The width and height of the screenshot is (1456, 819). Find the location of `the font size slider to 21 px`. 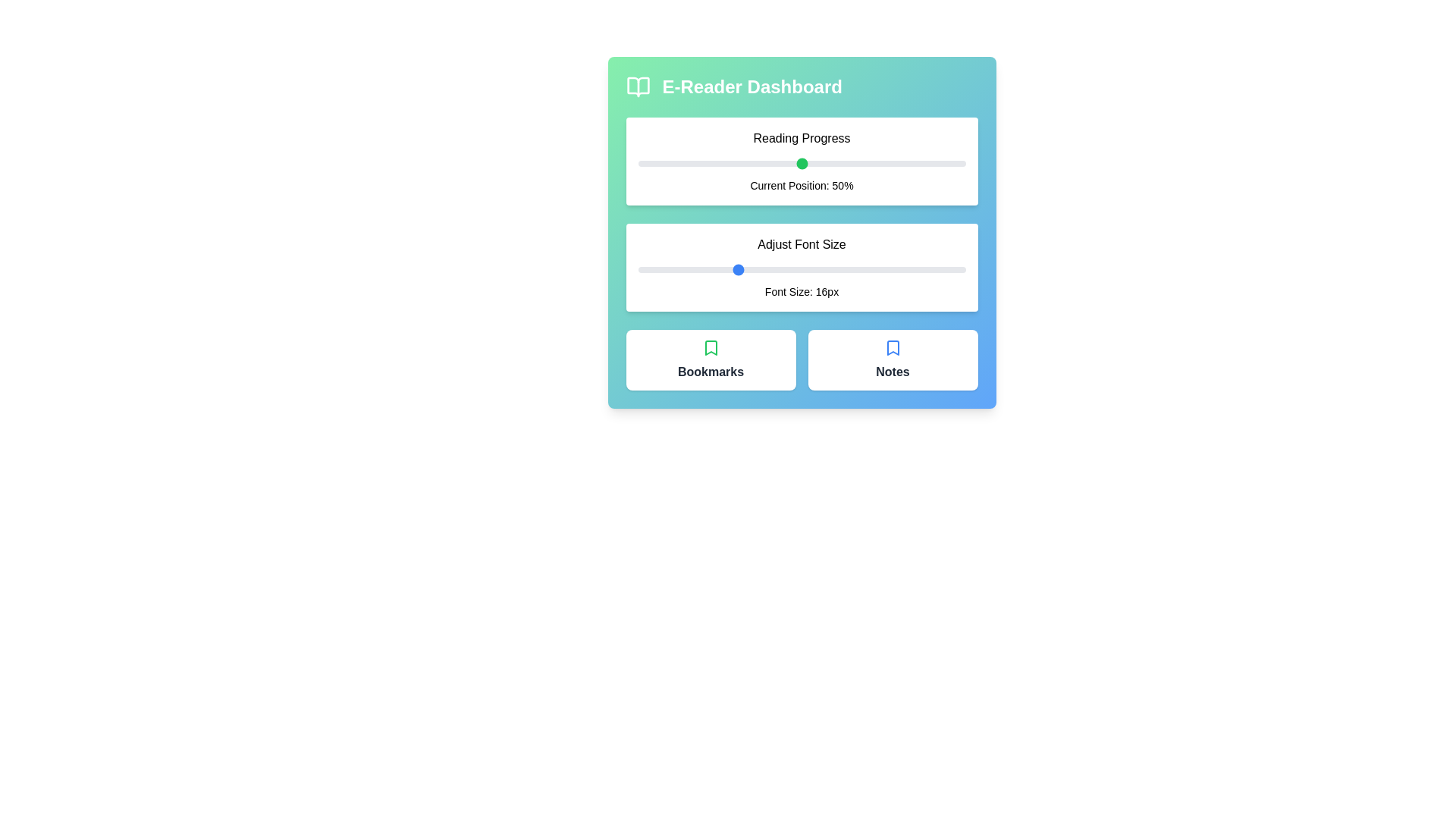

the font size slider to 21 px is located at coordinates (817, 268).